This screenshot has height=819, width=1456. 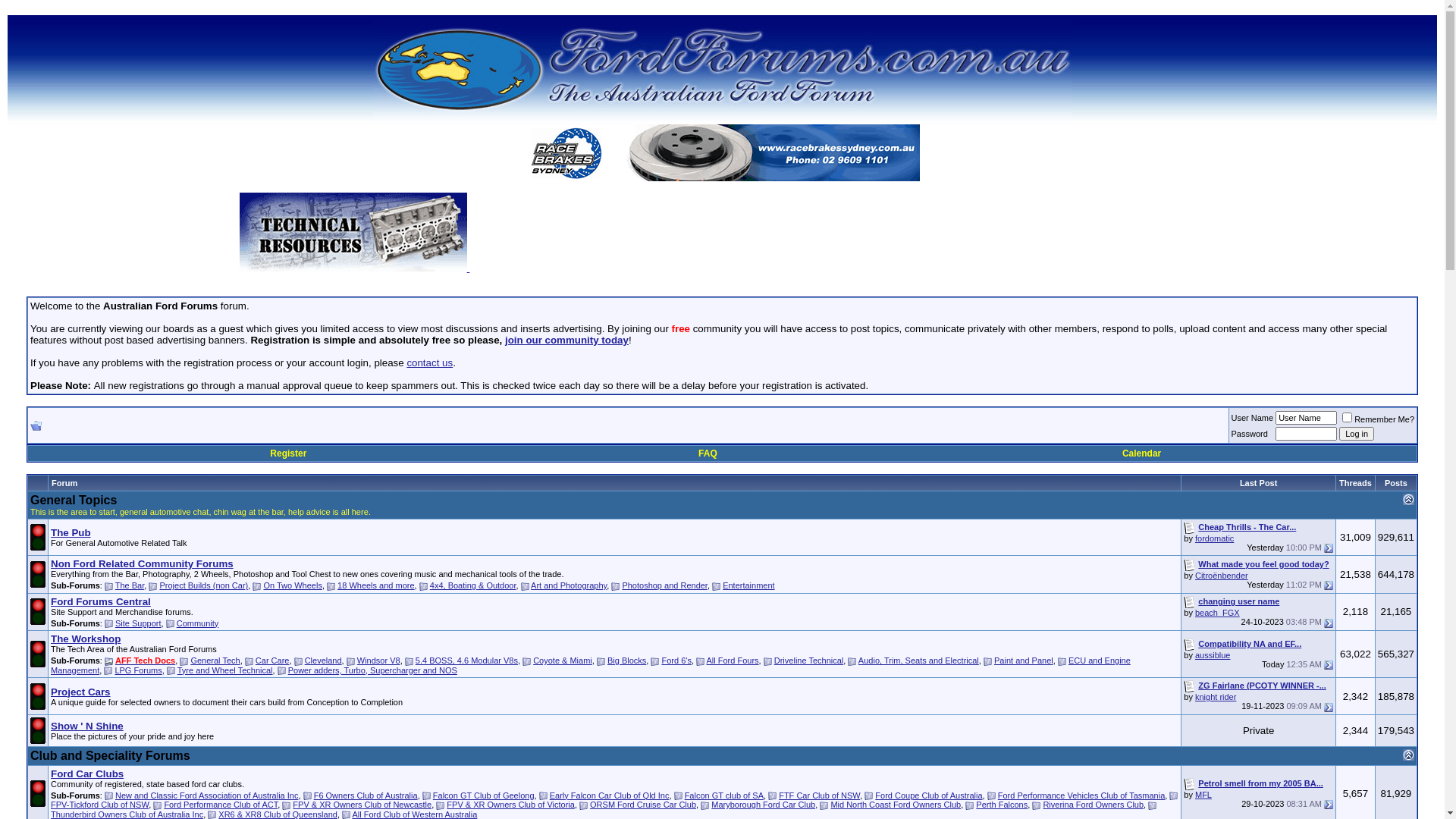 I want to click on 'Perth Falcons', so click(x=1001, y=803).